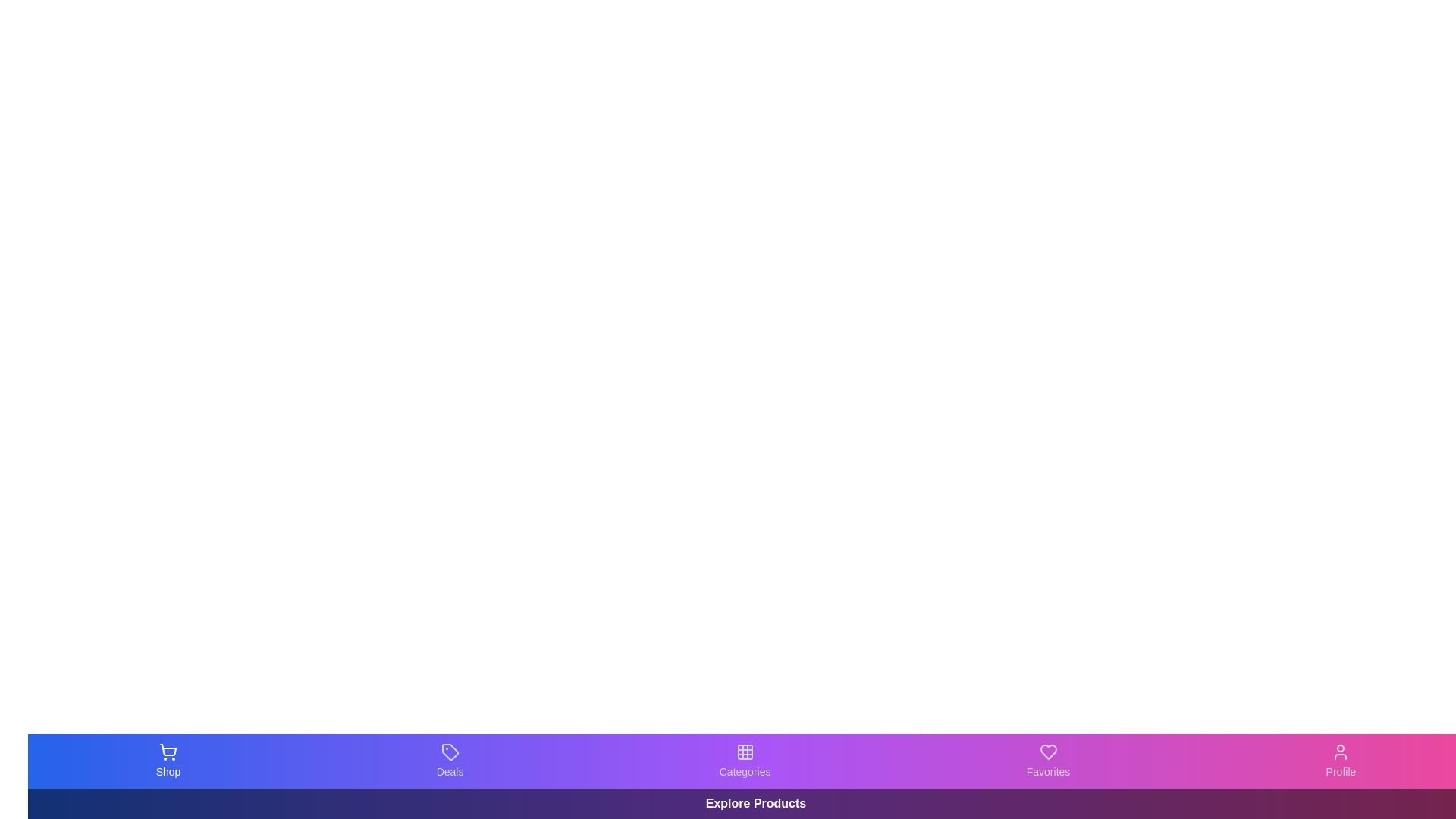 Image resolution: width=1456 pixels, height=819 pixels. Describe the element at coordinates (168, 761) in the screenshot. I see `the Shop tab in the bottom navigation bar` at that location.